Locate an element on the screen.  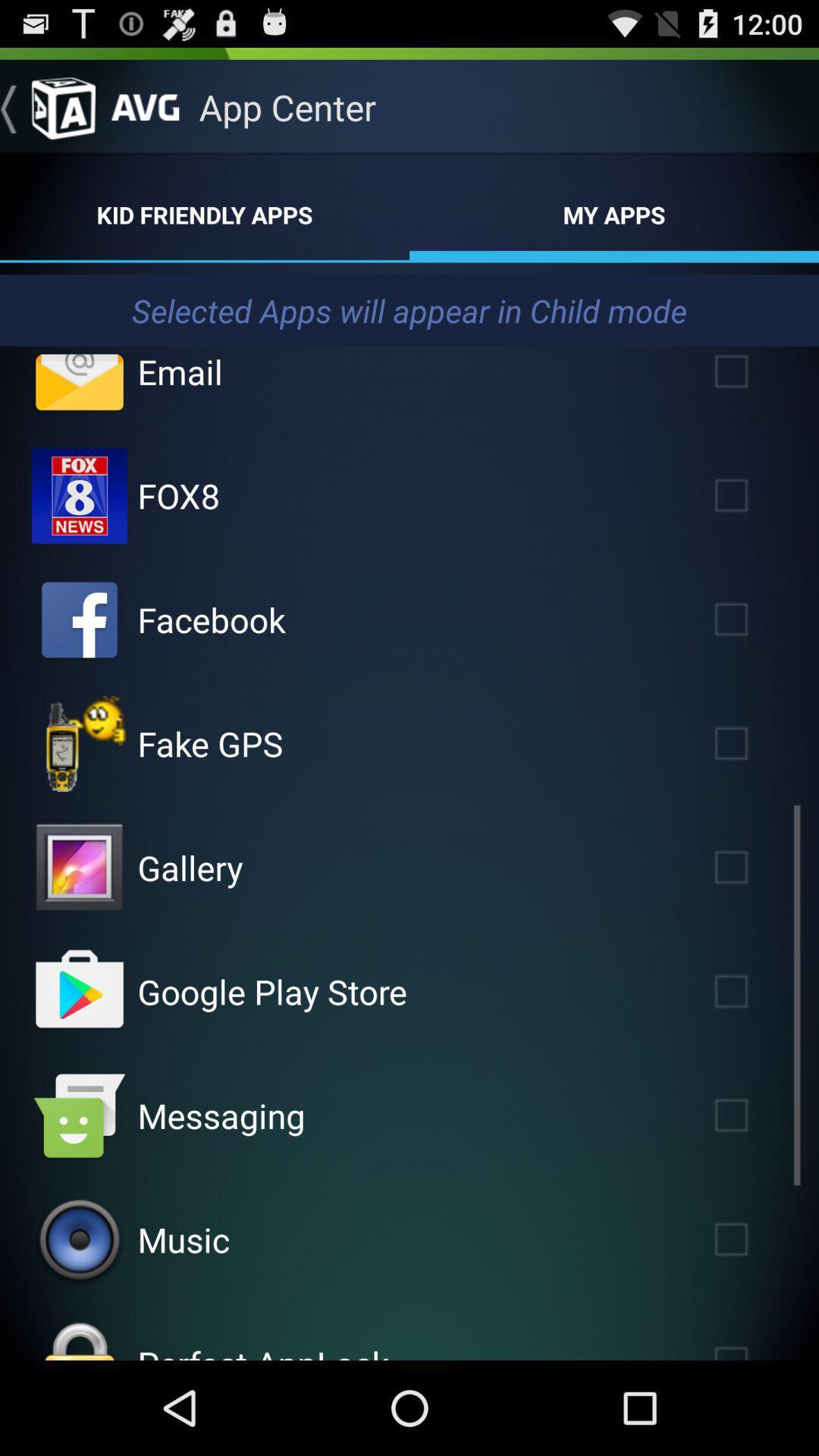
child mode is located at coordinates (753, 1116).